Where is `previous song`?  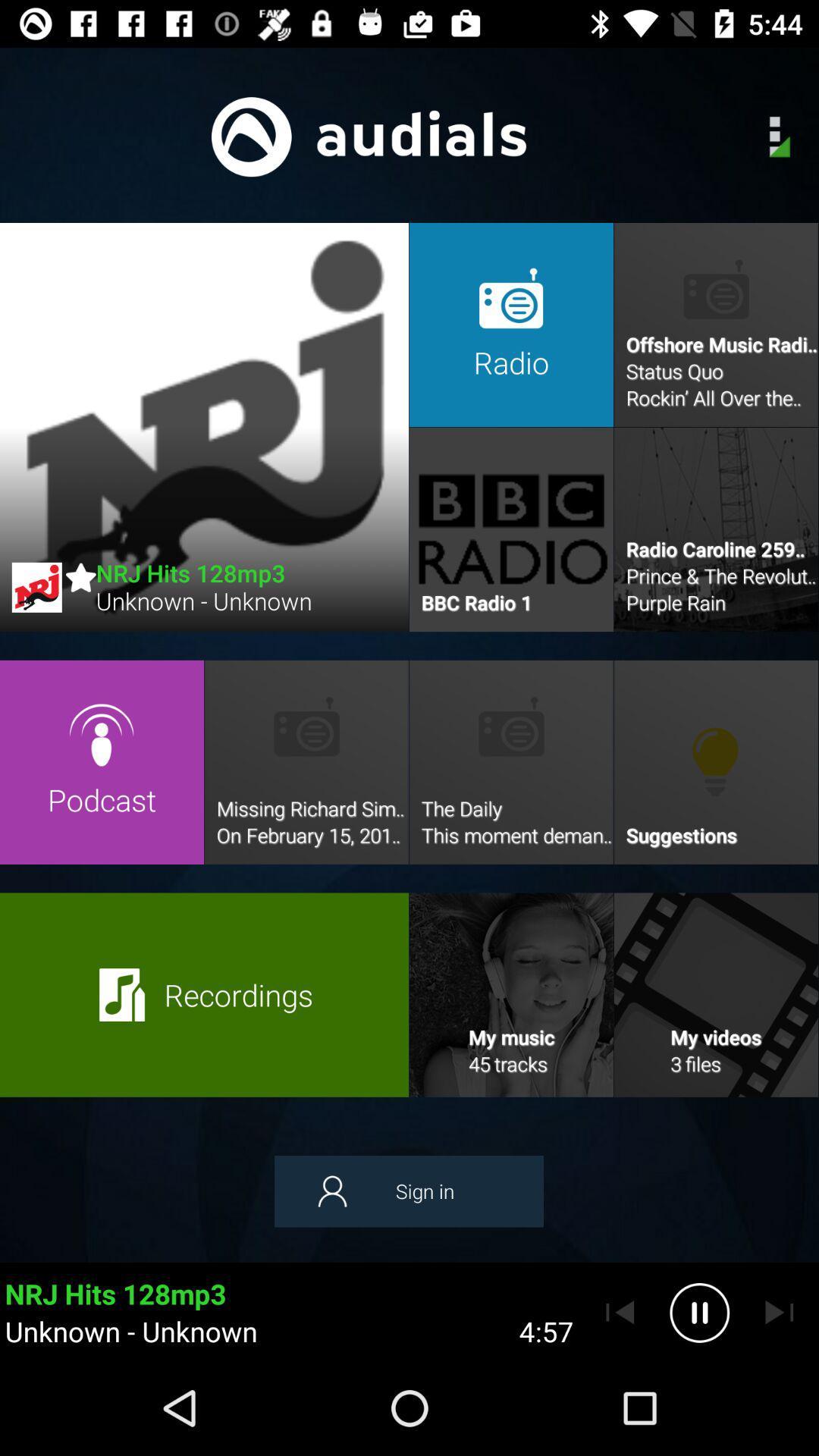 previous song is located at coordinates (620, 1312).